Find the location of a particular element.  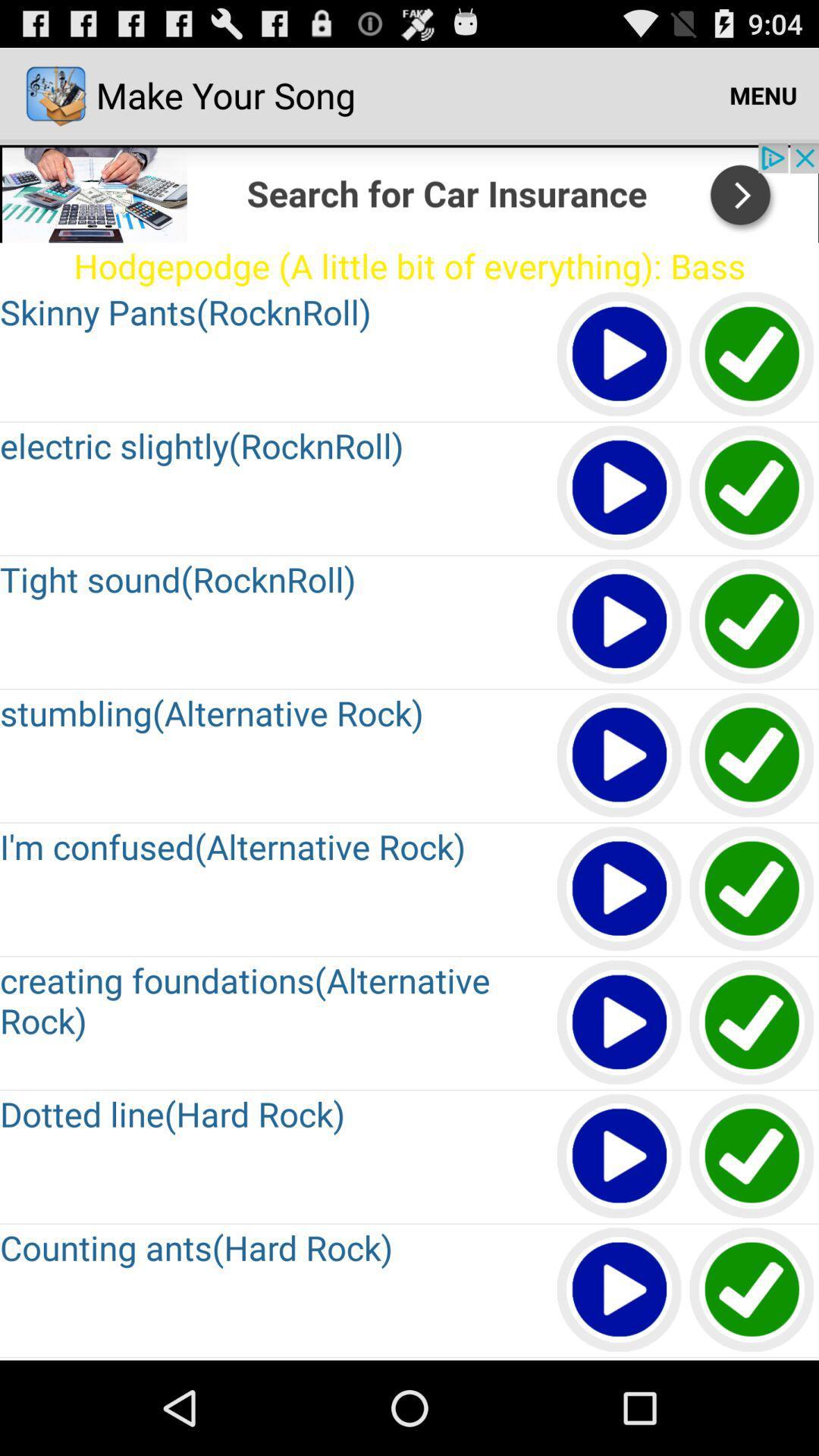

car insurance option is located at coordinates (752, 890).